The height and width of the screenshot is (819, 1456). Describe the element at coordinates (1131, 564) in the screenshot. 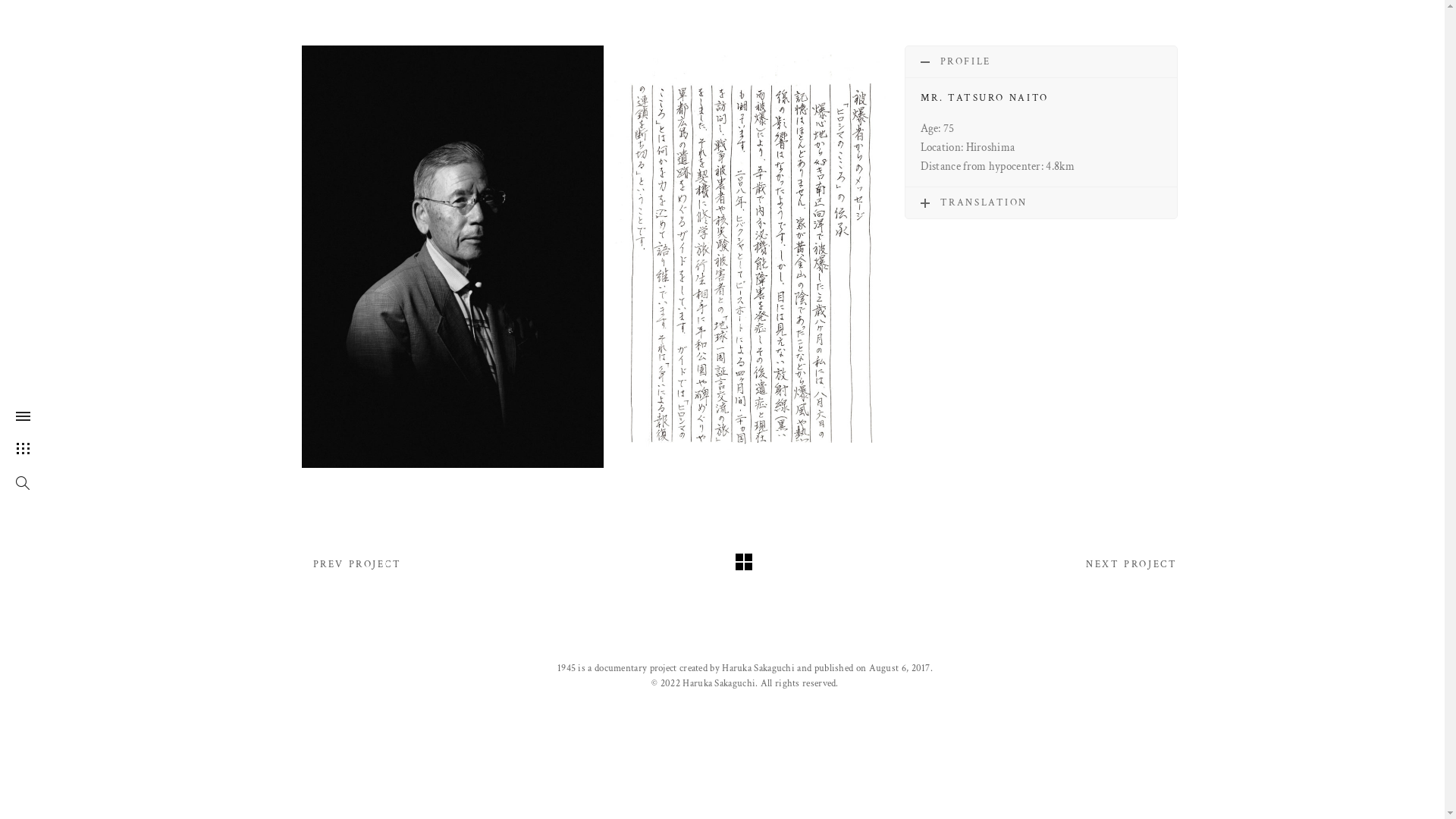

I see `'NEXT PROJECT'` at that location.